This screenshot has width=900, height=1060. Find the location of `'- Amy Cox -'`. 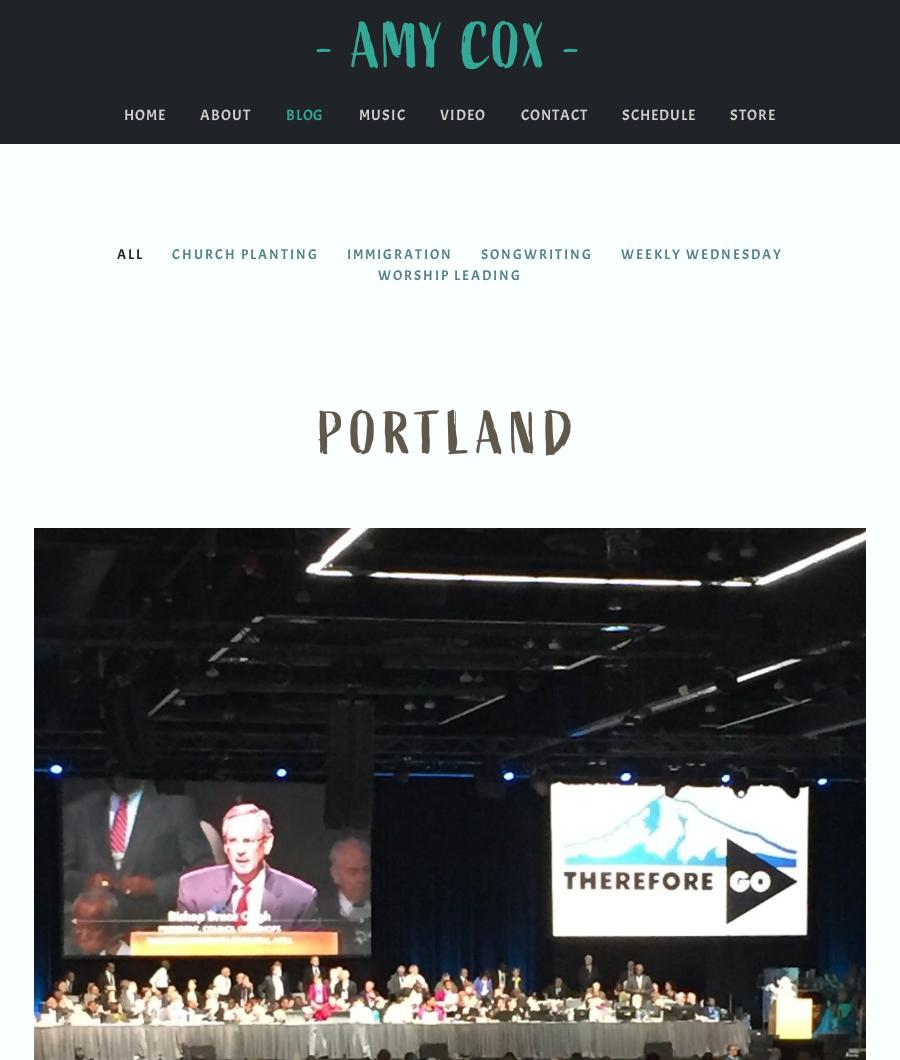

'- Amy Cox -' is located at coordinates (450, 48).